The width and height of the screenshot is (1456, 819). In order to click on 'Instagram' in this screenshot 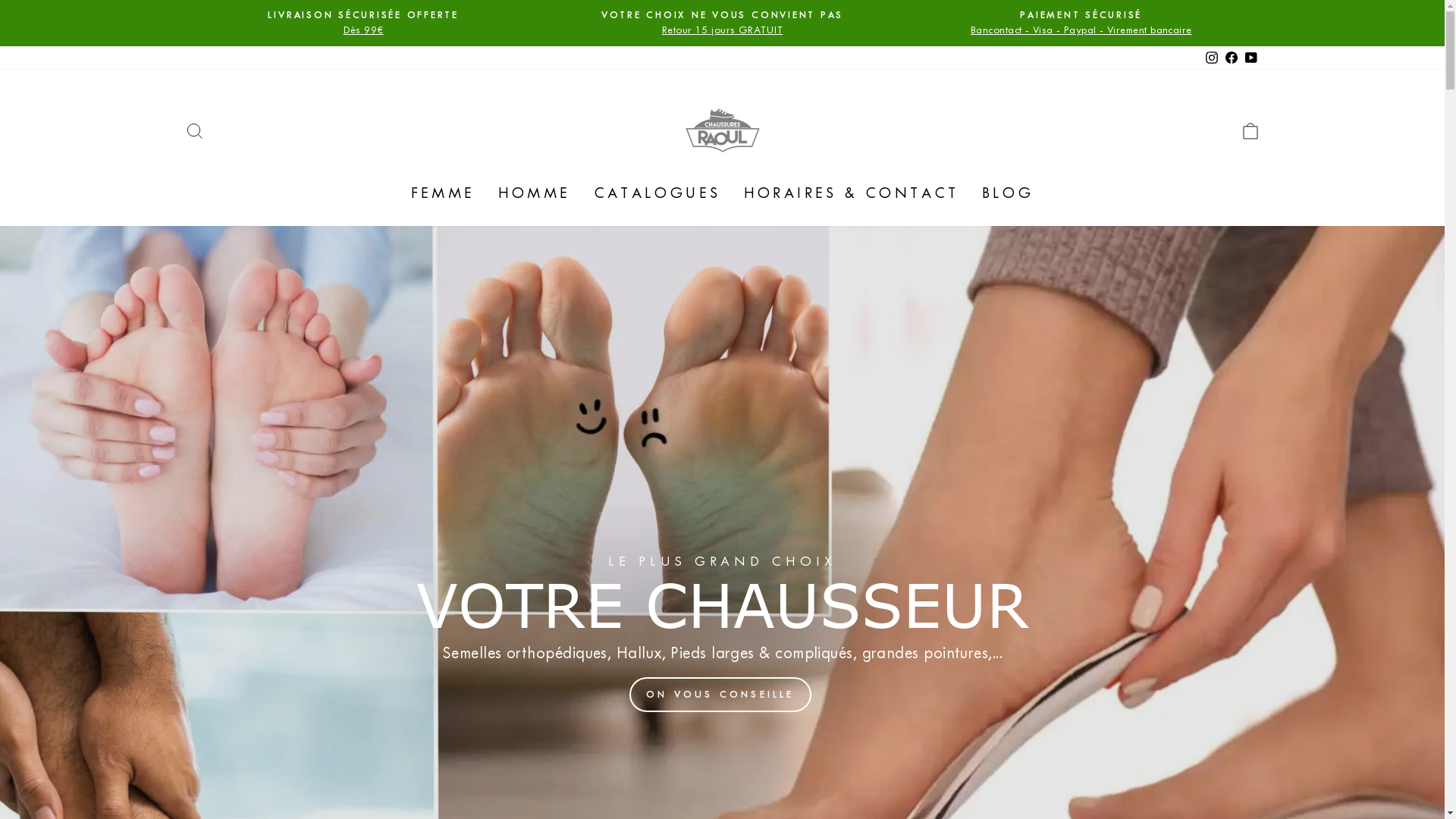, I will do `click(1210, 57)`.